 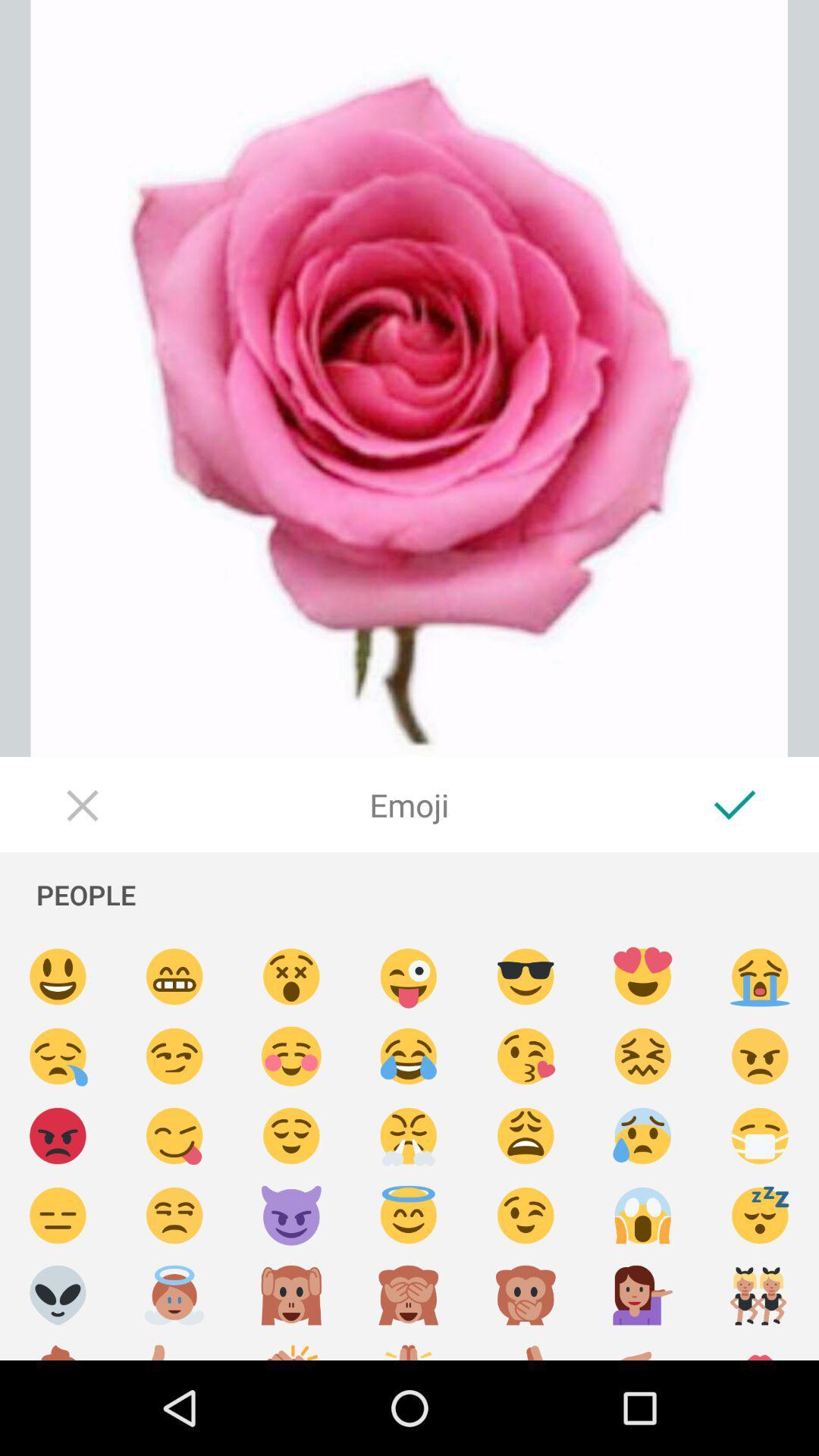 What do you see at coordinates (525, 1056) in the screenshot?
I see `kissing with heart emoji` at bounding box center [525, 1056].